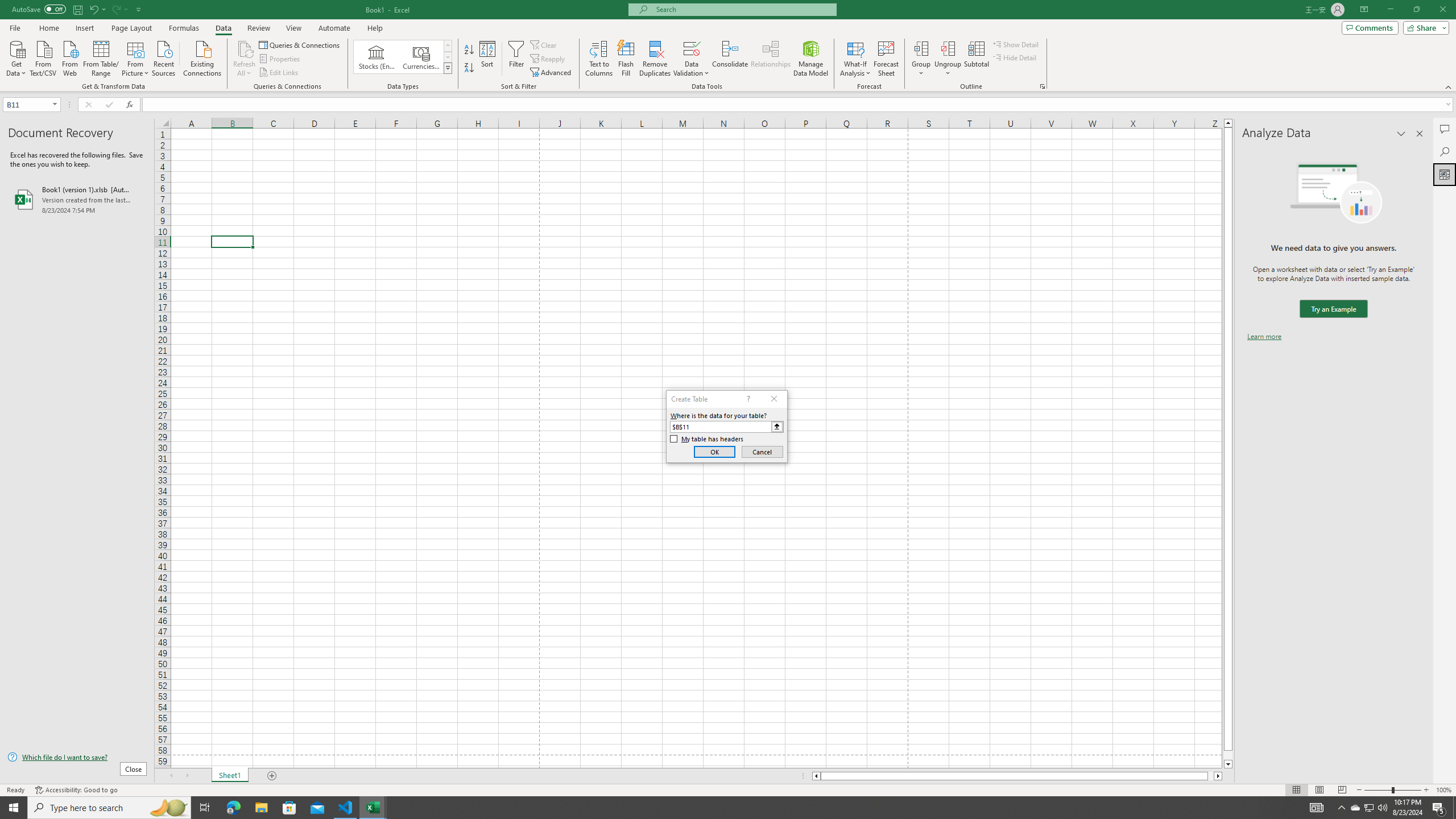  What do you see at coordinates (1419, 133) in the screenshot?
I see `'Close pane'` at bounding box center [1419, 133].